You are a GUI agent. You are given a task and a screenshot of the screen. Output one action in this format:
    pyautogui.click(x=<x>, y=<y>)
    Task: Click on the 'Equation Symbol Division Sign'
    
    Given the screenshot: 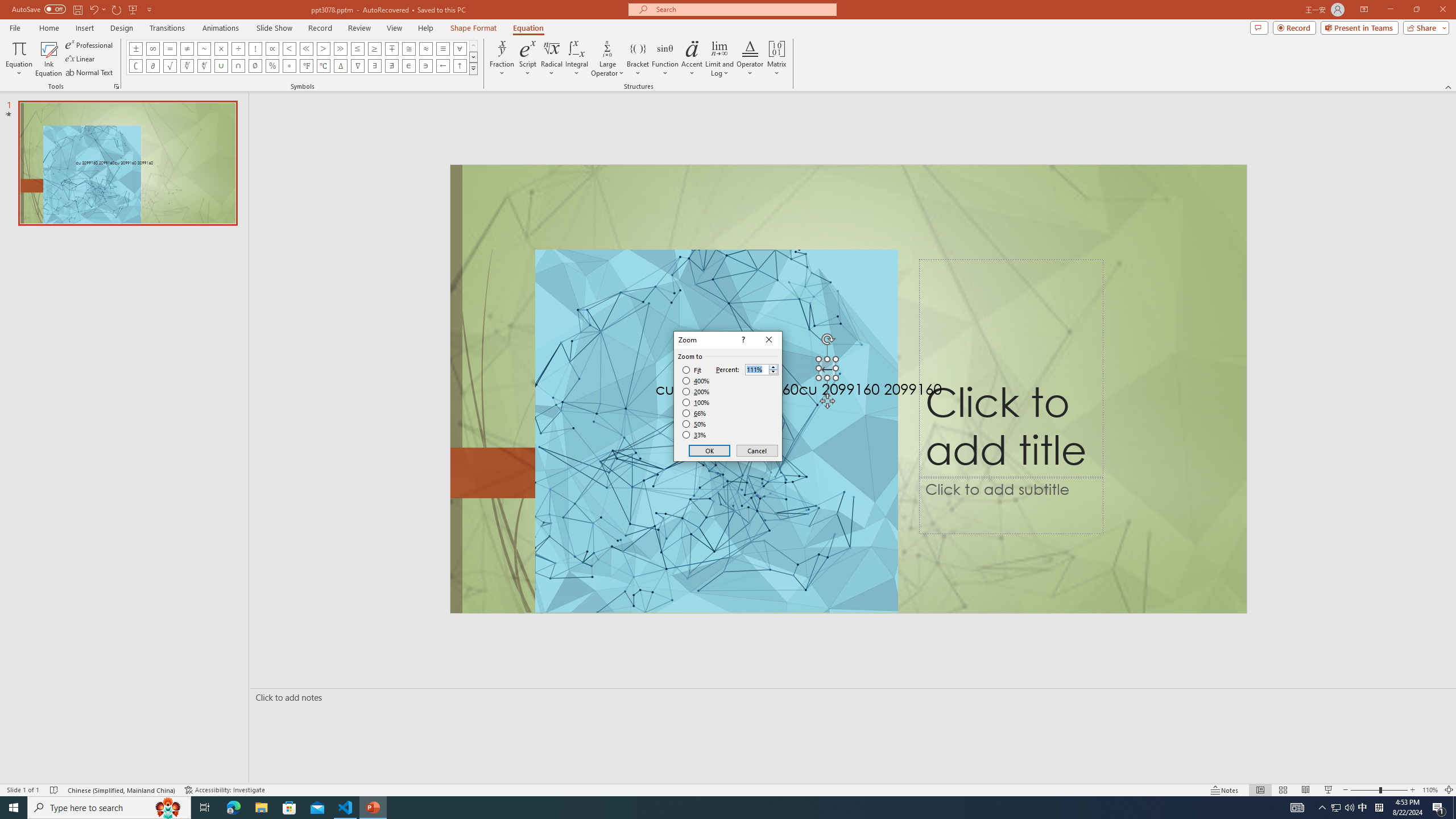 What is the action you would take?
    pyautogui.click(x=238, y=48)
    